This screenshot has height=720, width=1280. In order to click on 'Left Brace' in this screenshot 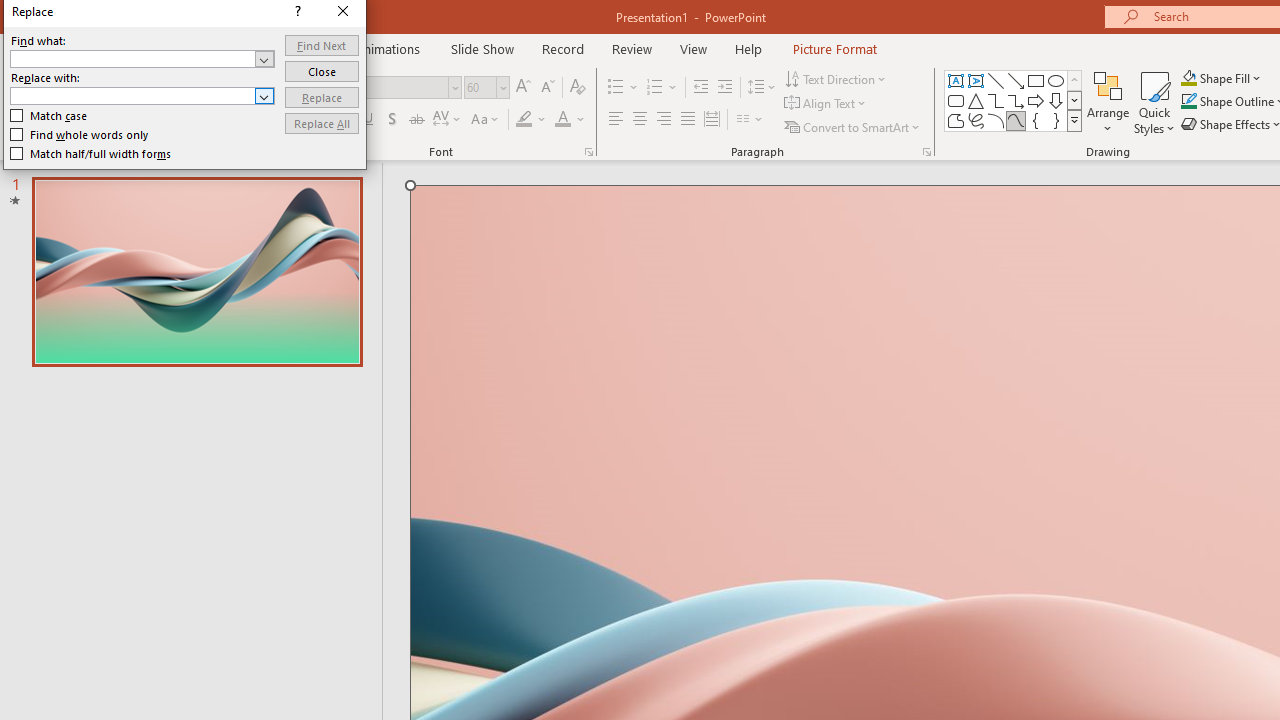, I will do `click(1036, 120)`.